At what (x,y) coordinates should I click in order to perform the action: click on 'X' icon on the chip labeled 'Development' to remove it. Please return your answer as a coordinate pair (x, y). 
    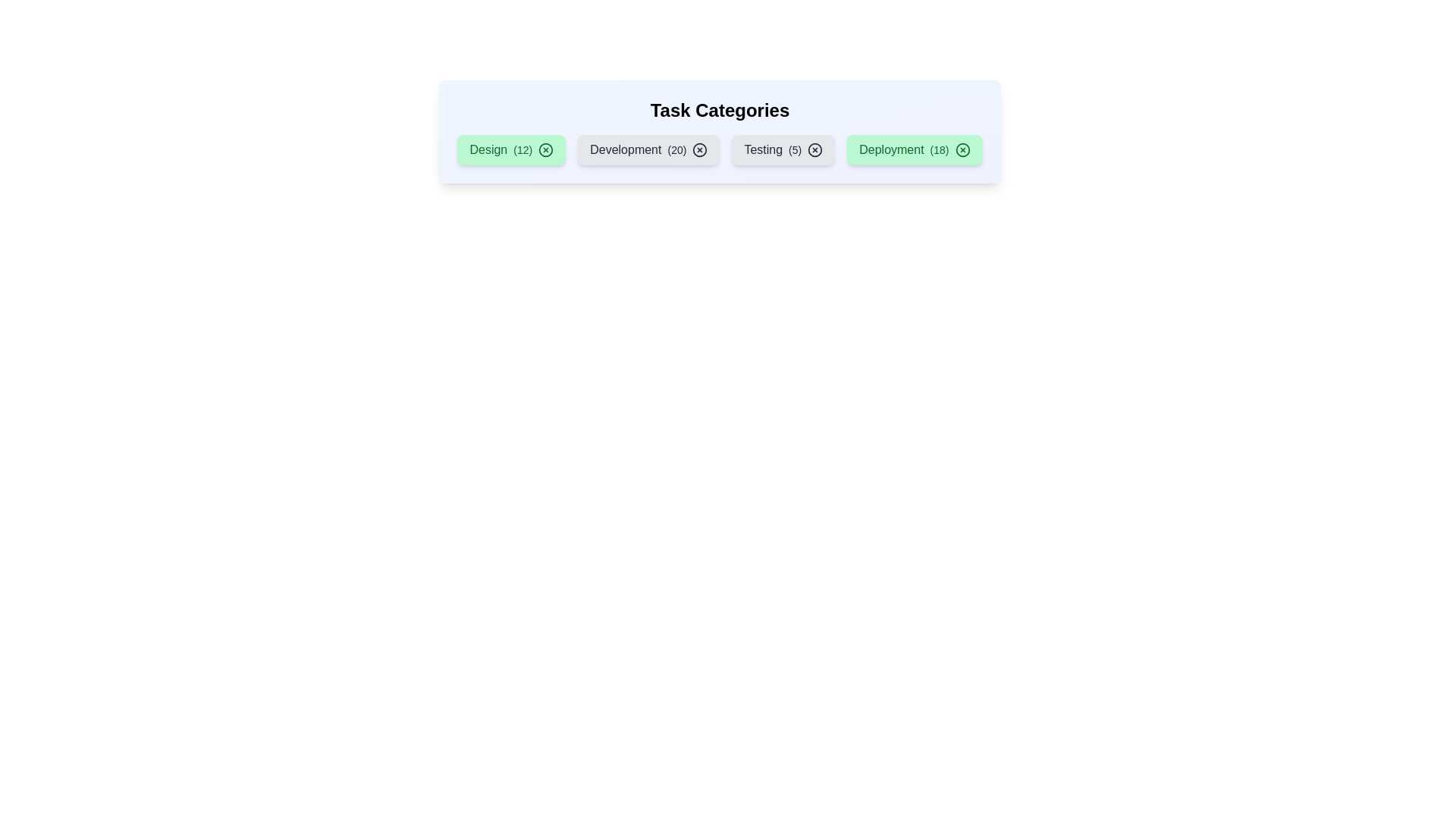
    Looking at the image, I should click on (699, 149).